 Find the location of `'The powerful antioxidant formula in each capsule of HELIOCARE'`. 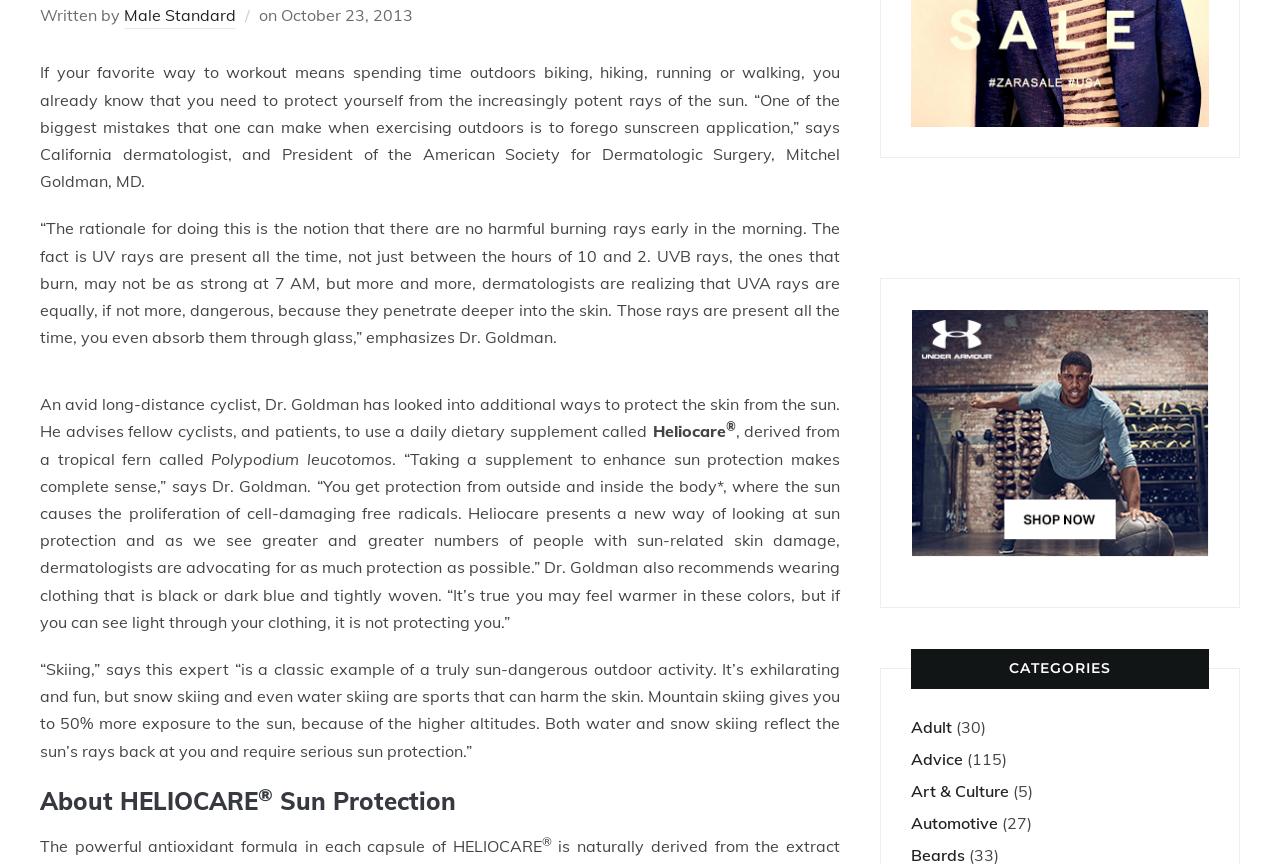

'The powerful antioxidant formula in each capsule of HELIOCARE' is located at coordinates (289, 845).